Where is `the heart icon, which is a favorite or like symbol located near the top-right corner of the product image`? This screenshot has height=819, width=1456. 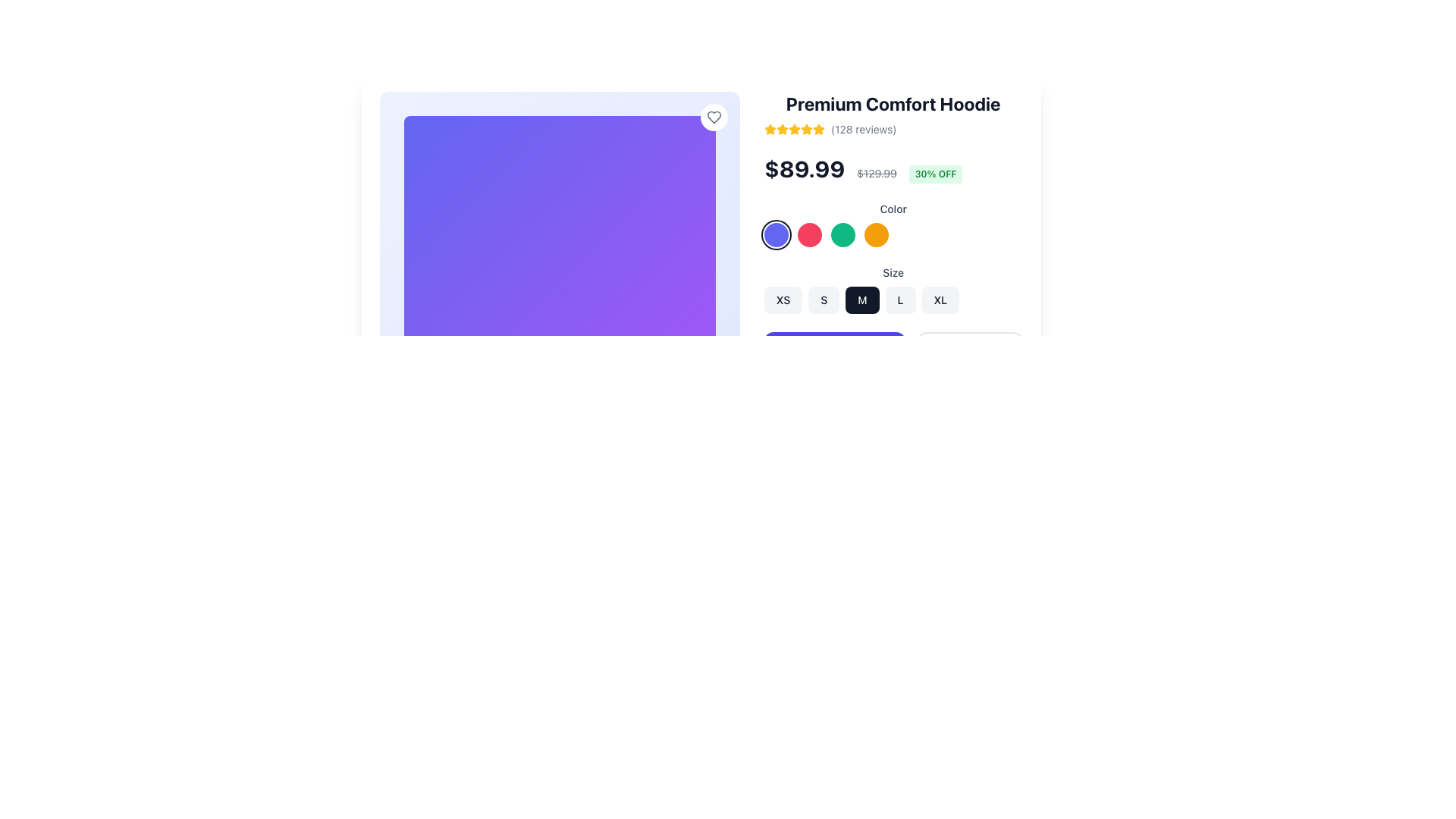 the heart icon, which is a favorite or like symbol located near the top-right corner of the product image is located at coordinates (713, 116).